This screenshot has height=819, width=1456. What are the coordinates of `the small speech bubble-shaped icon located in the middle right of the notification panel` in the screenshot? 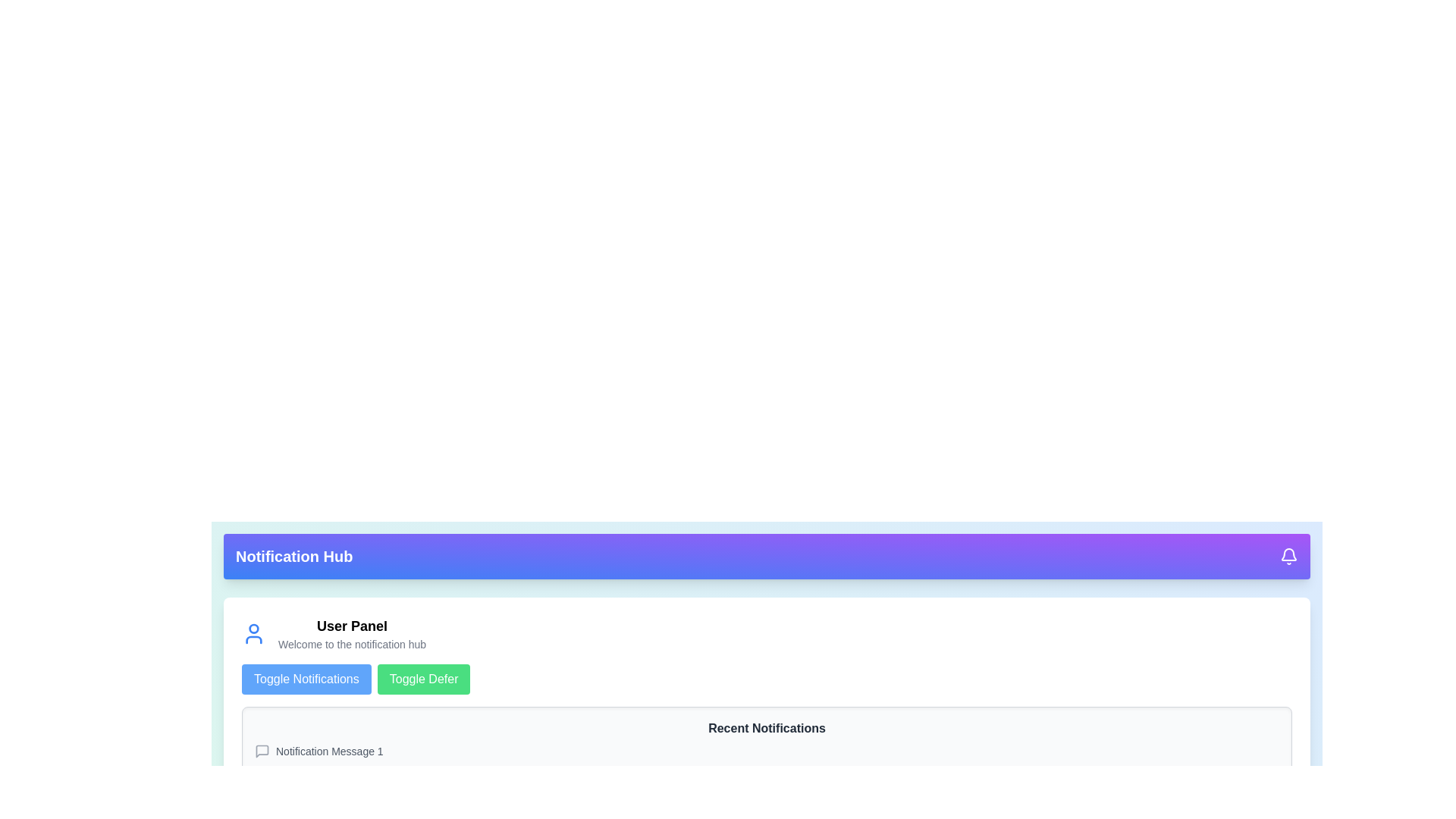 It's located at (262, 752).